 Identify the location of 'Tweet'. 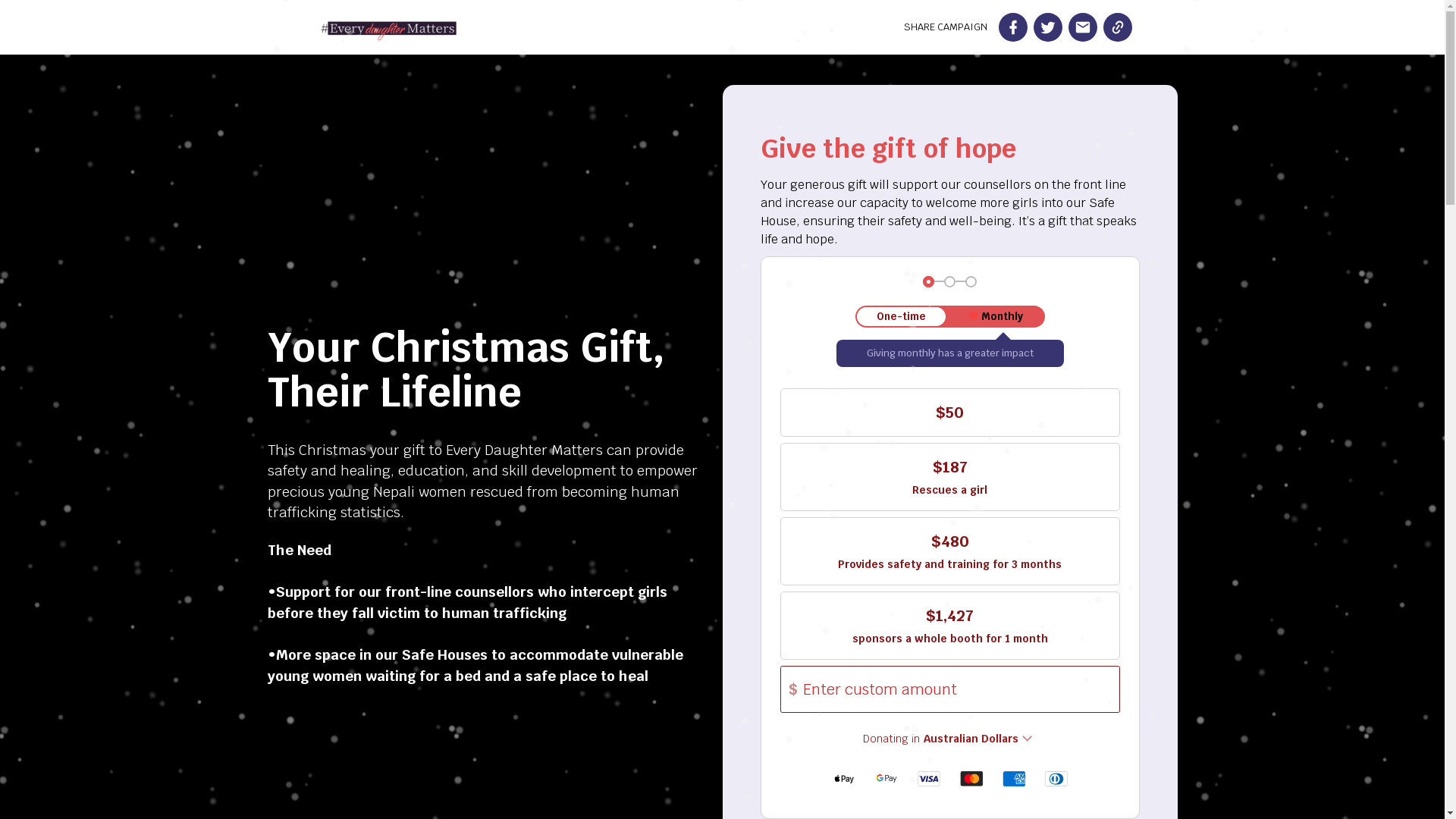
(1046, 27).